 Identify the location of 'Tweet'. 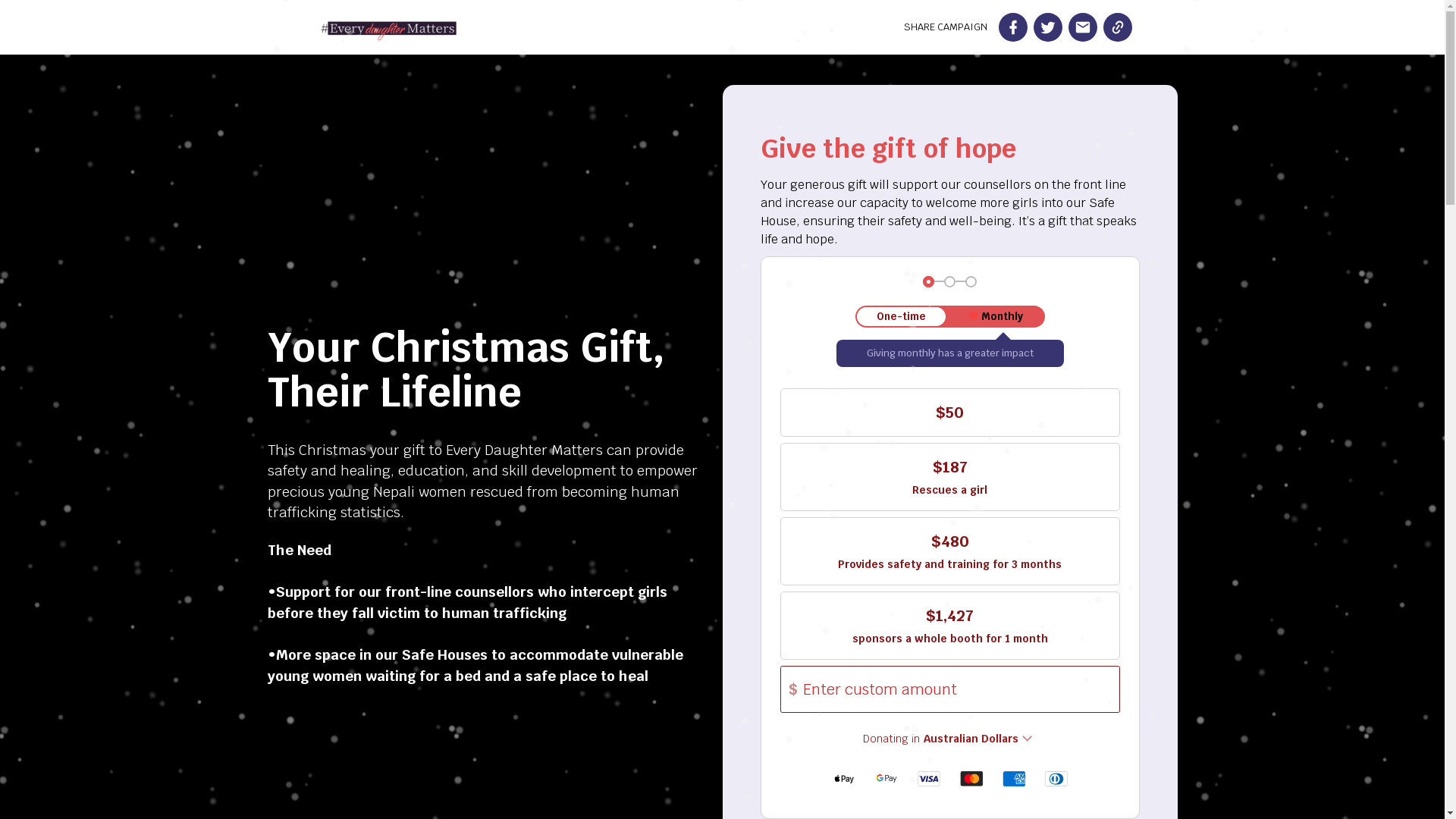
(1046, 27).